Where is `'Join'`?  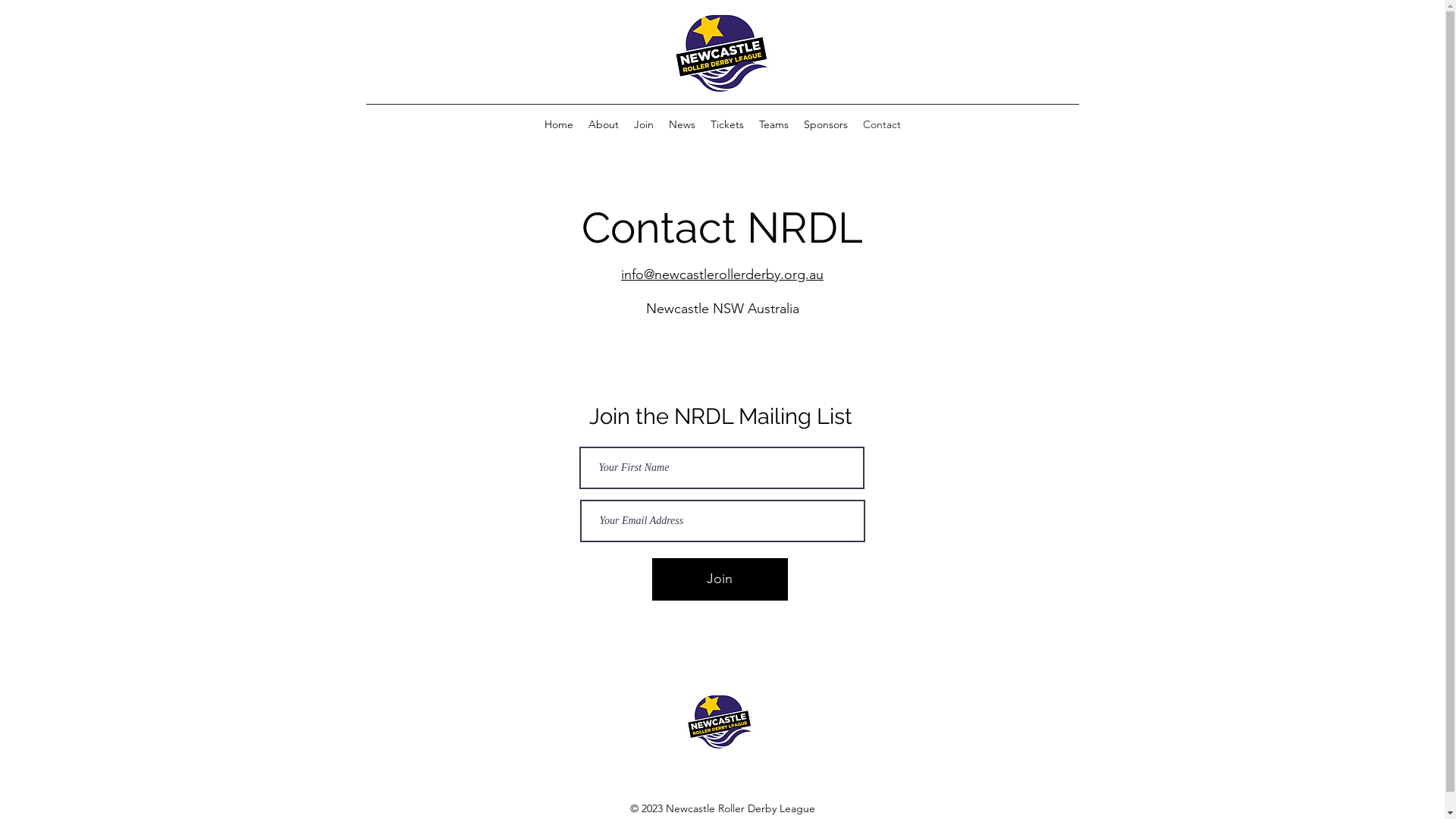 'Join' is located at coordinates (651, 579).